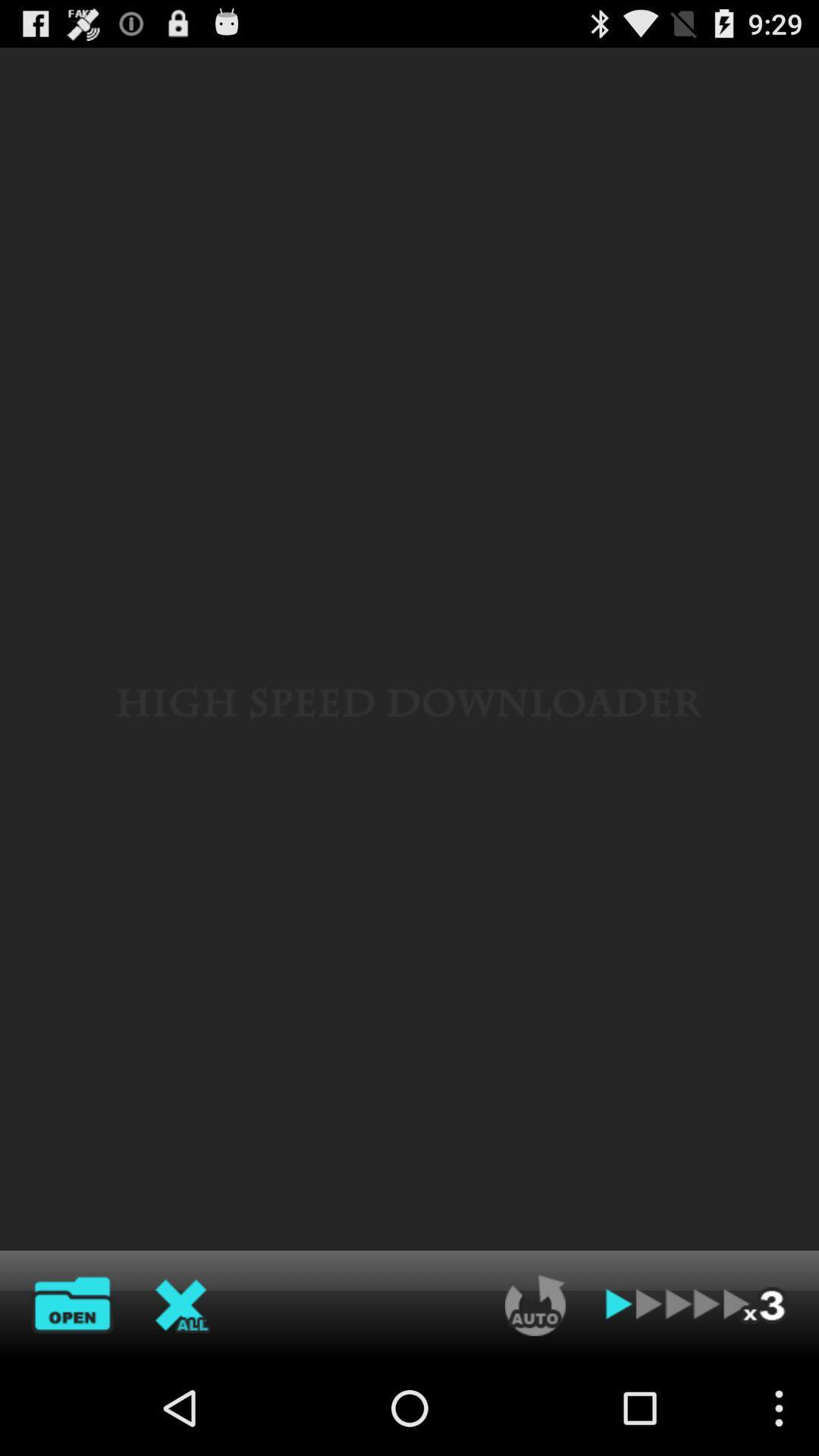  I want to click on close option, so click(182, 1304).